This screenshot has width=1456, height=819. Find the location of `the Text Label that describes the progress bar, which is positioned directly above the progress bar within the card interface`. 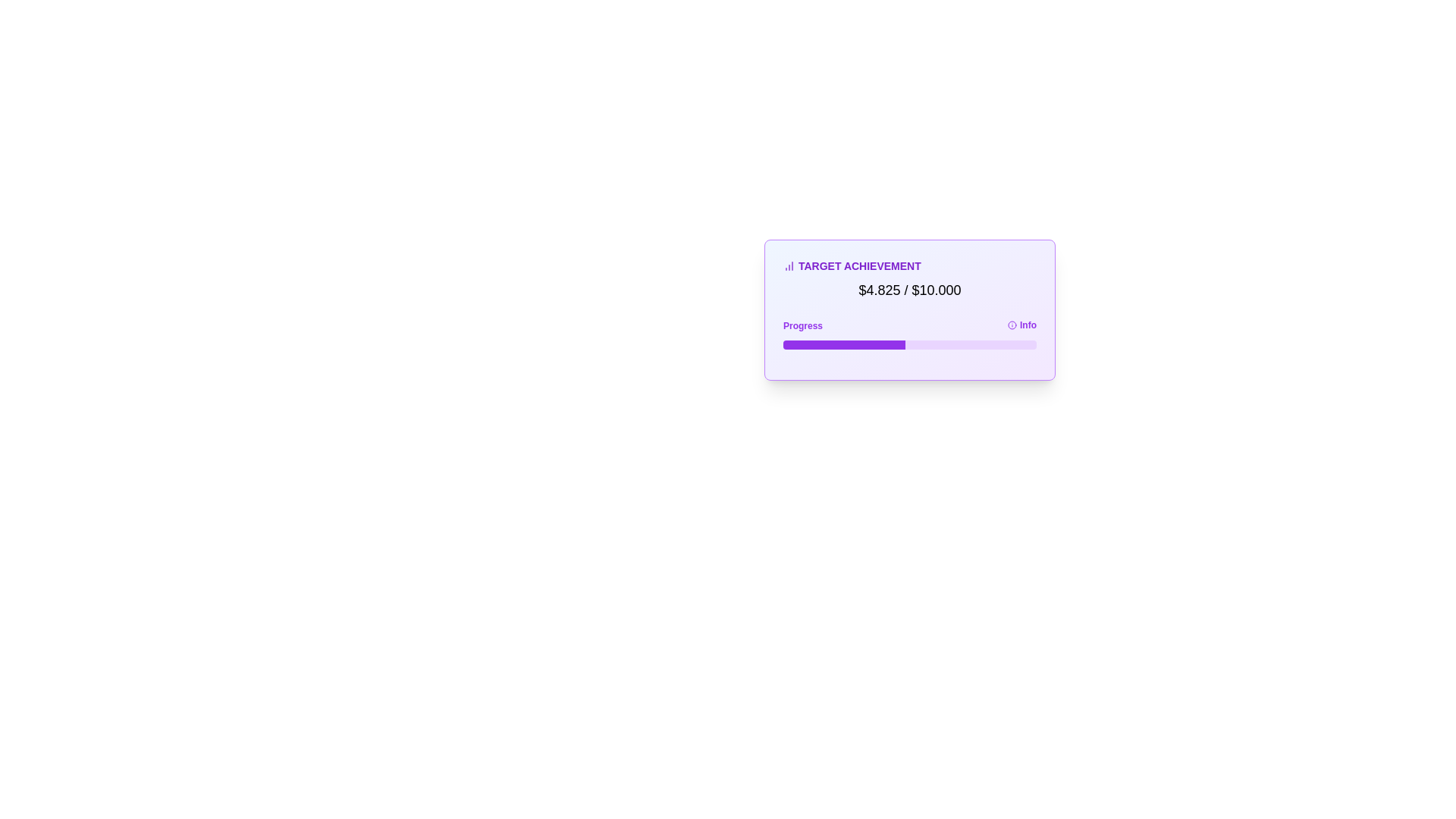

the Text Label that describes the progress bar, which is positioned directly above the progress bar within the card interface is located at coordinates (802, 325).